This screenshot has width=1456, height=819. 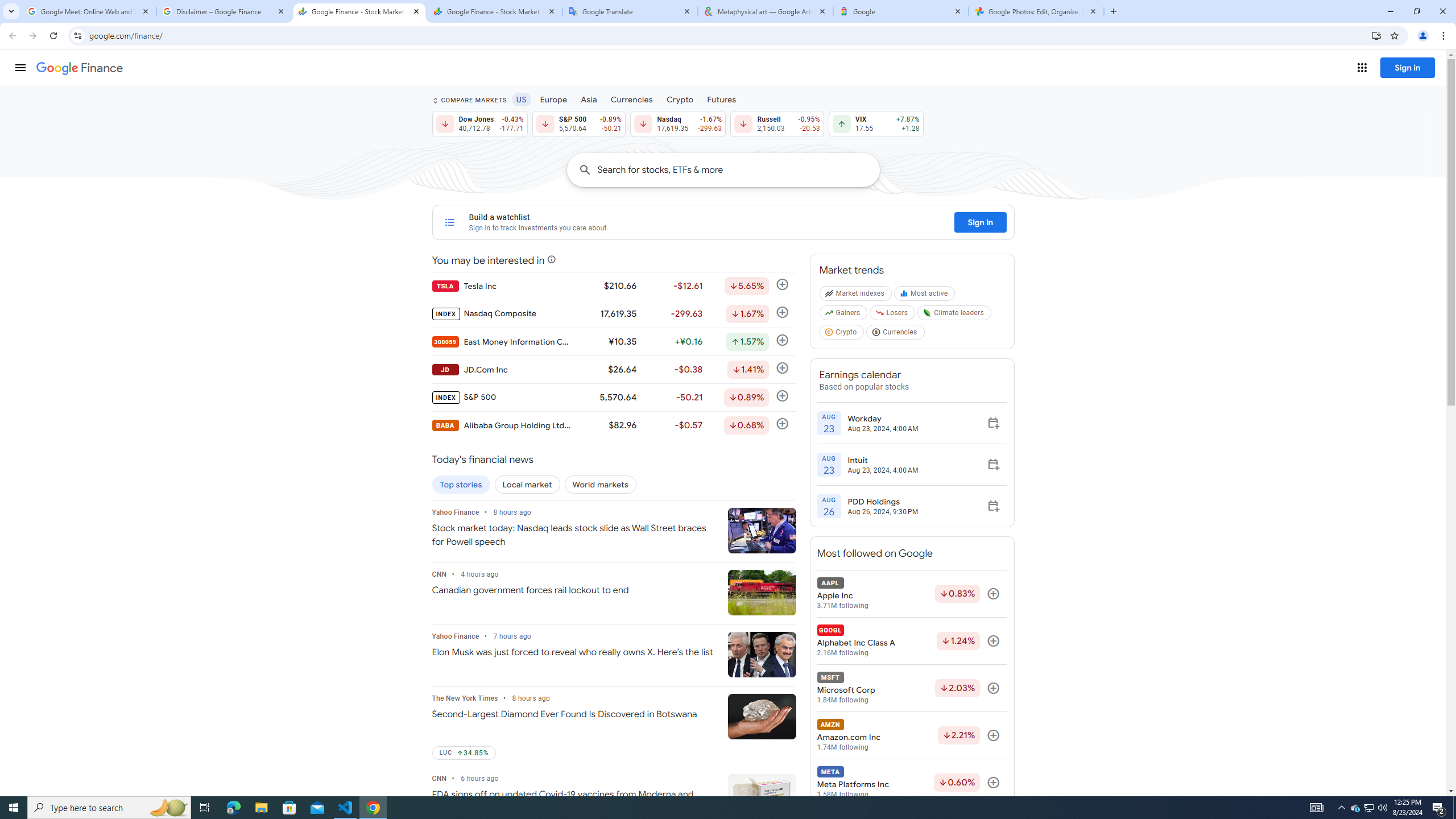 What do you see at coordinates (630, 11) in the screenshot?
I see `'Google Translate'` at bounding box center [630, 11].